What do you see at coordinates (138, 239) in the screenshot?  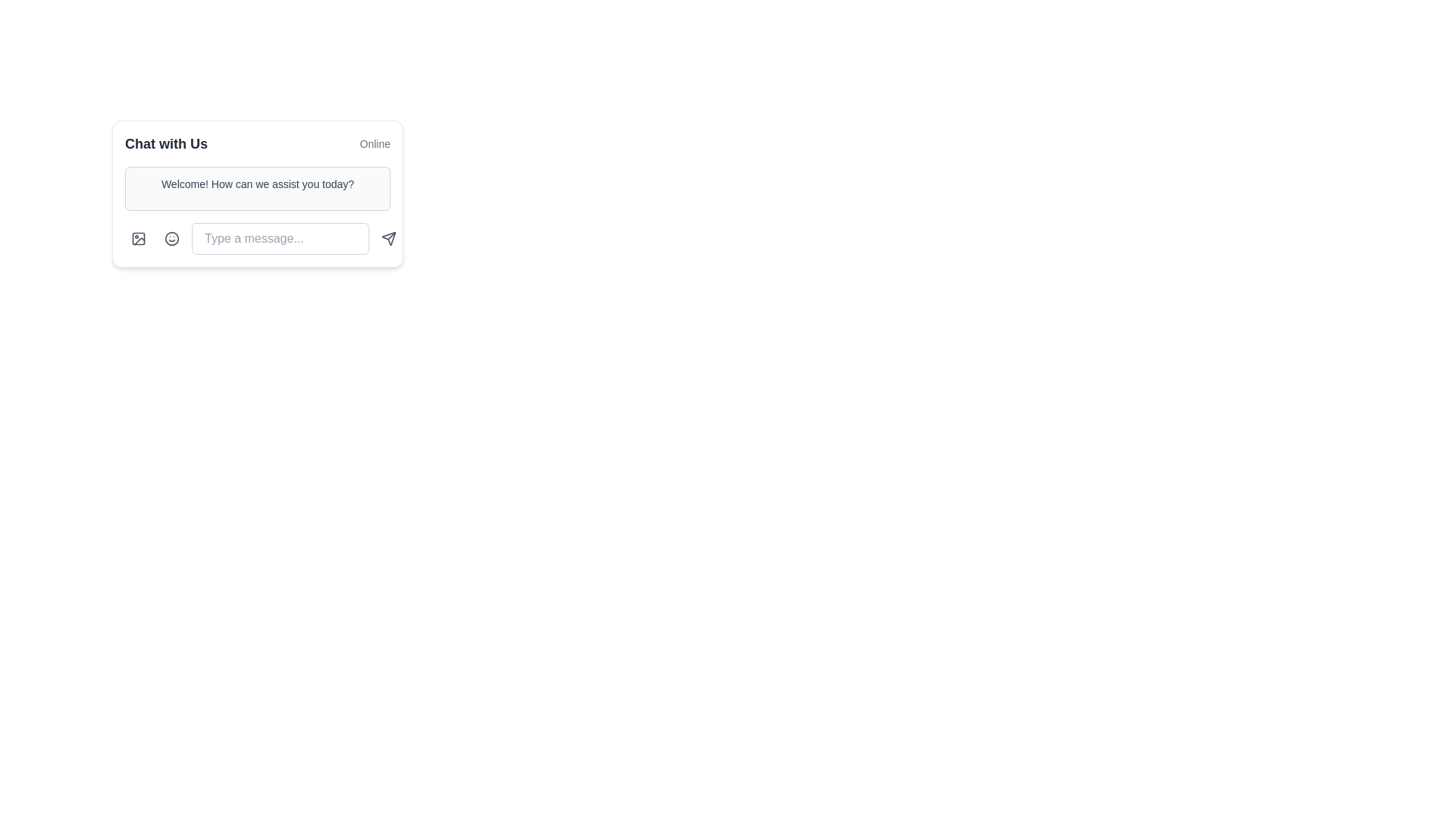 I see `onto the rounded icon button with a gray border located` at bounding box center [138, 239].